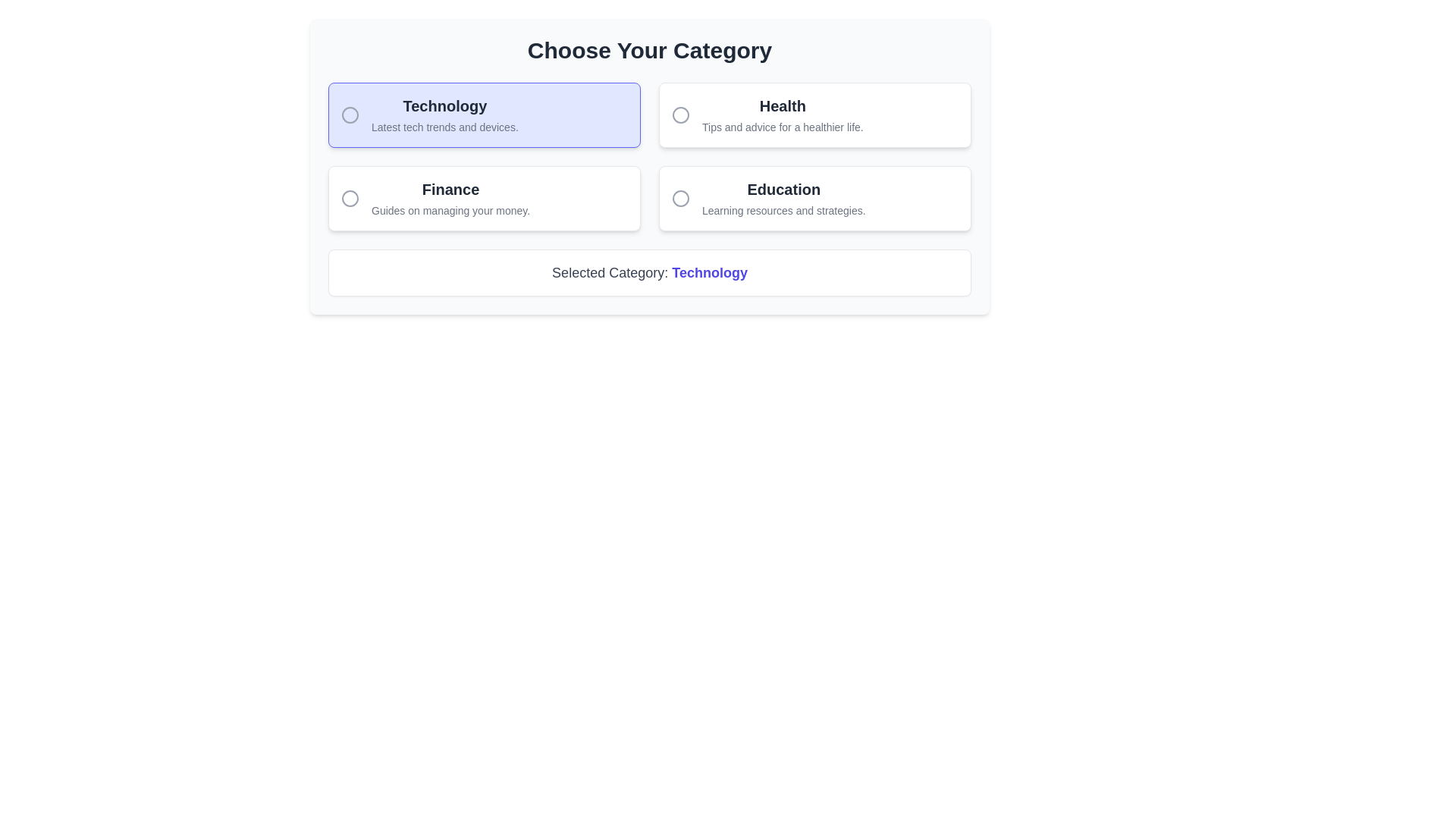  Describe the element at coordinates (349, 198) in the screenshot. I see `the circular icon with a grey outline located inside the 'Finance' category selection box, positioned near the title text 'Finance'` at that location.